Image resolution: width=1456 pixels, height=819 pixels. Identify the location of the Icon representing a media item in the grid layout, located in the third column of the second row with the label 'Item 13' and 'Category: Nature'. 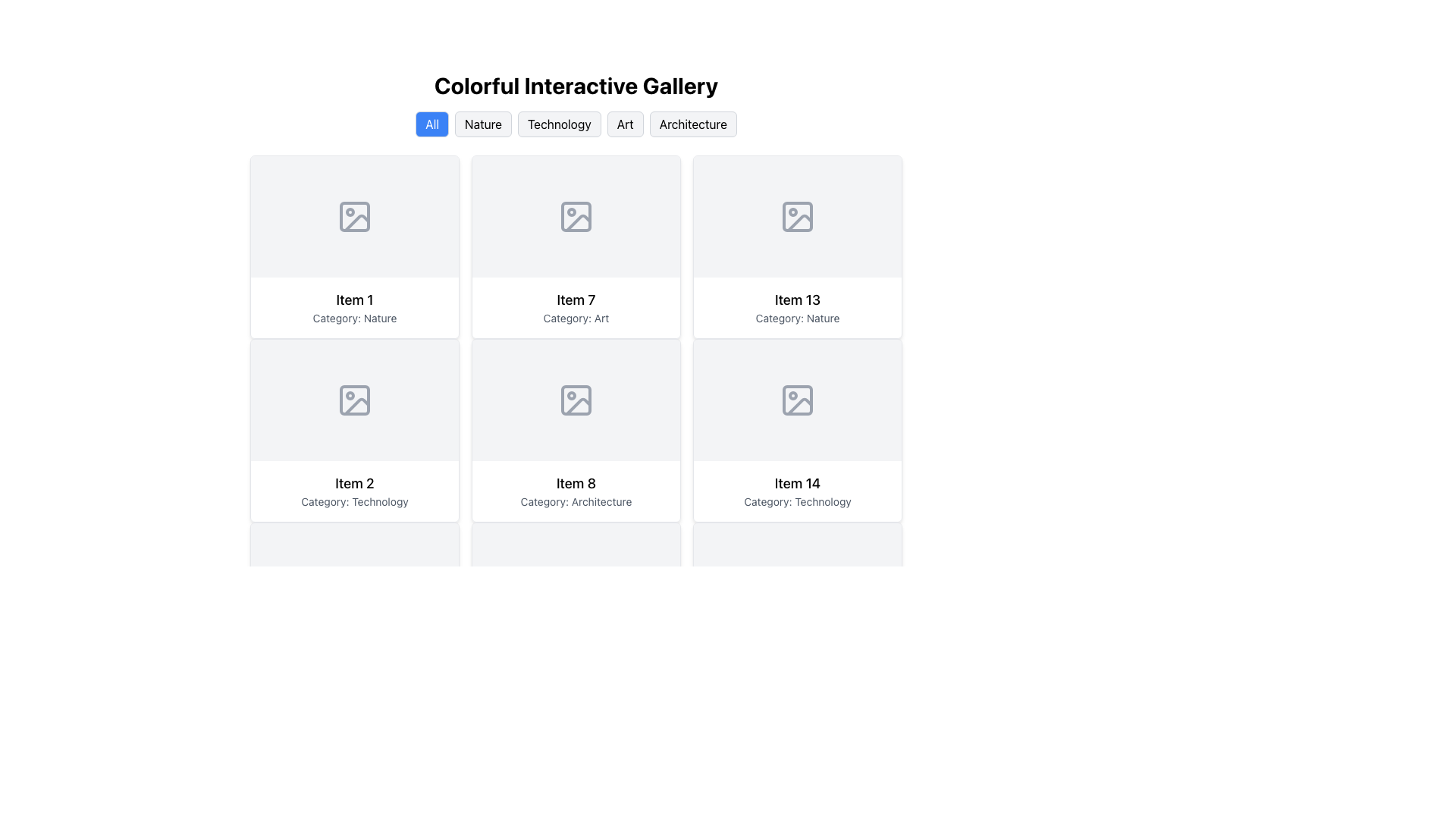
(796, 216).